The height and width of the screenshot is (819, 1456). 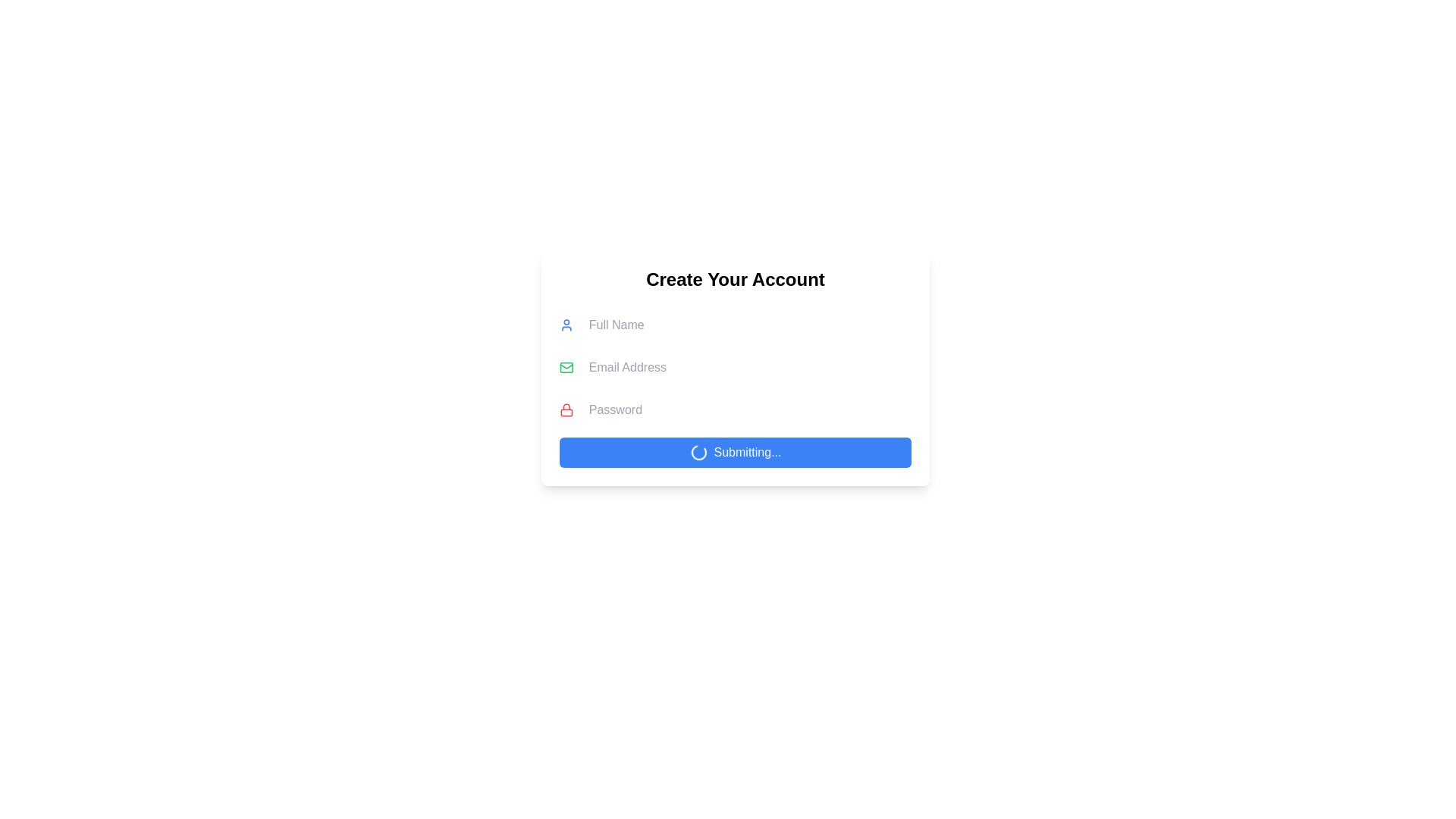 I want to click on the blue button labeled 'Submitting...' that contains a spinning loader icon, located at the bottom of a form, so click(x=735, y=452).